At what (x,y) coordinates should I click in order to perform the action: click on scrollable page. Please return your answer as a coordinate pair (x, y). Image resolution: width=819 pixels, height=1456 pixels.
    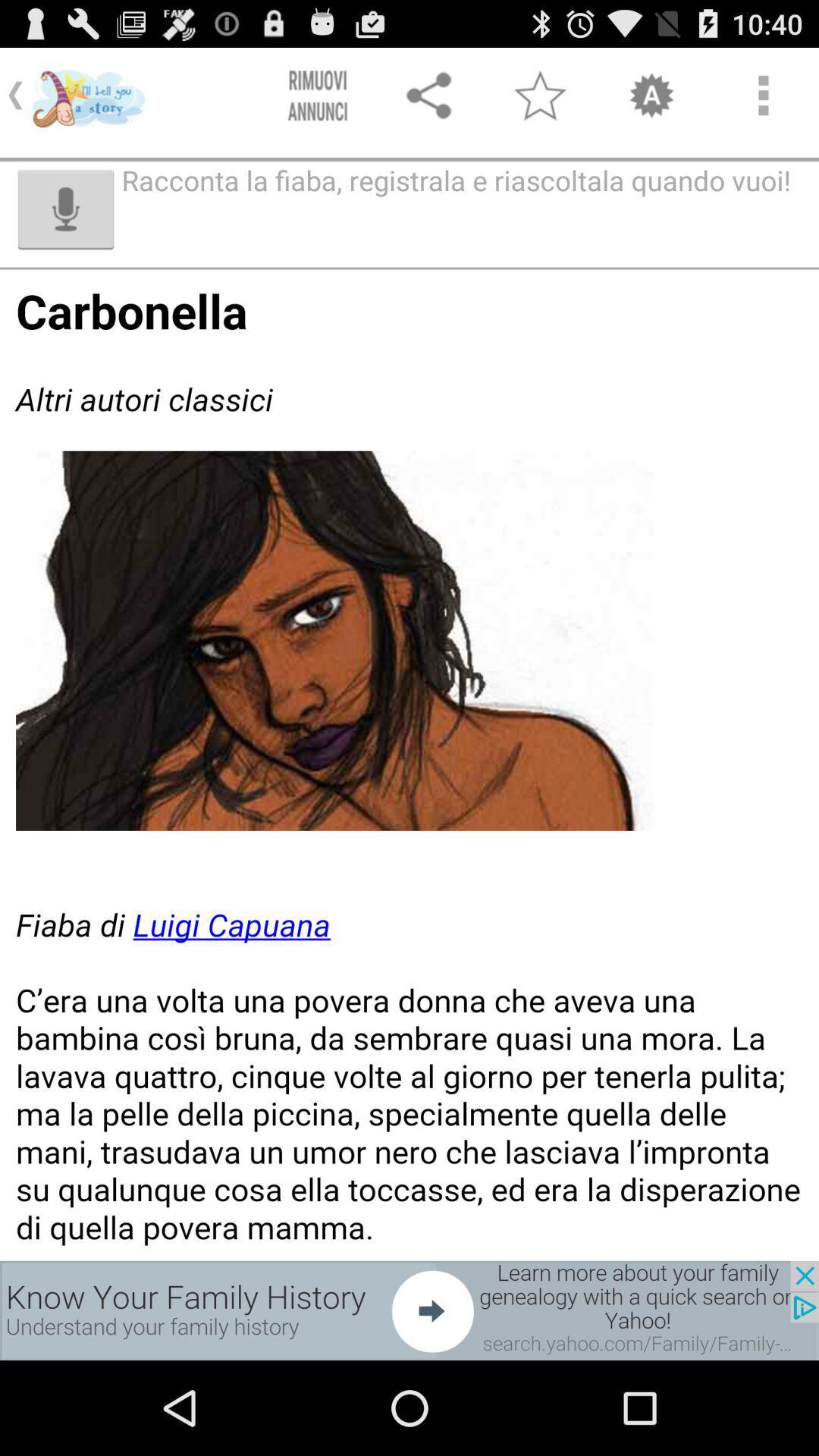
    Looking at the image, I should click on (409, 765).